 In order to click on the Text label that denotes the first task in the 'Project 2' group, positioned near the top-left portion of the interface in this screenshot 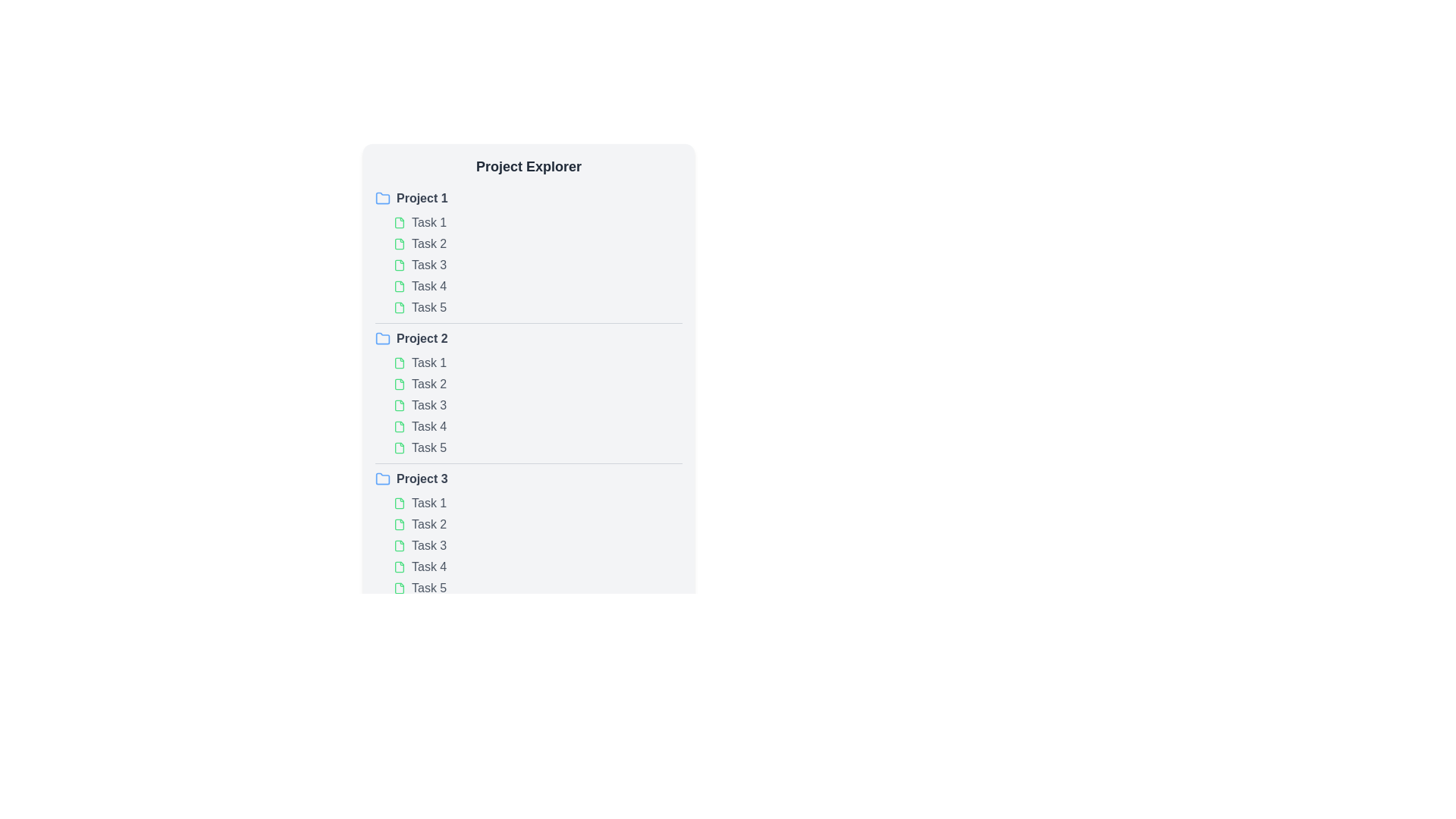, I will do `click(428, 362)`.